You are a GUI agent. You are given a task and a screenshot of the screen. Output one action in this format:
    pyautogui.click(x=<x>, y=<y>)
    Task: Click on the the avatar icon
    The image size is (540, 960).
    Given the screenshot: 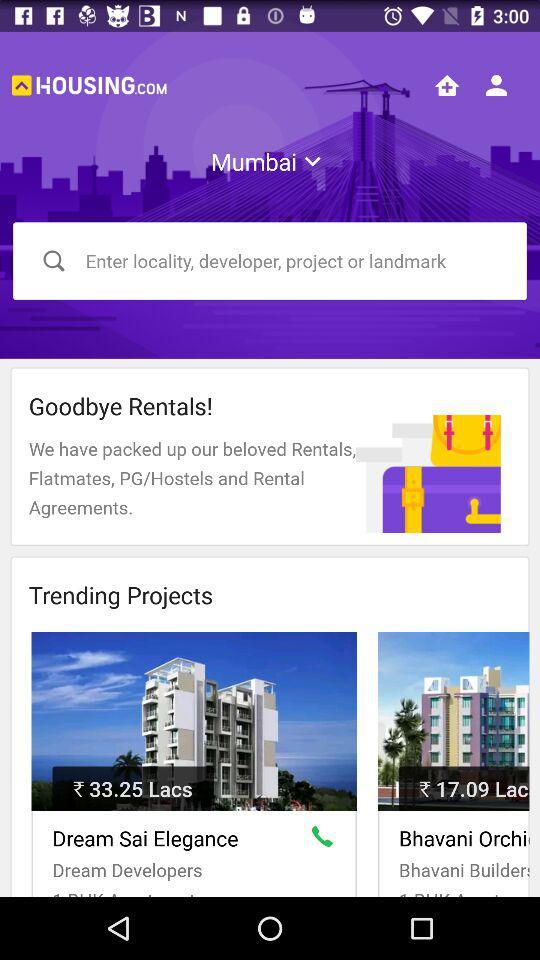 What is the action you would take?
    pyautogui.click(x=495, y=85)
    